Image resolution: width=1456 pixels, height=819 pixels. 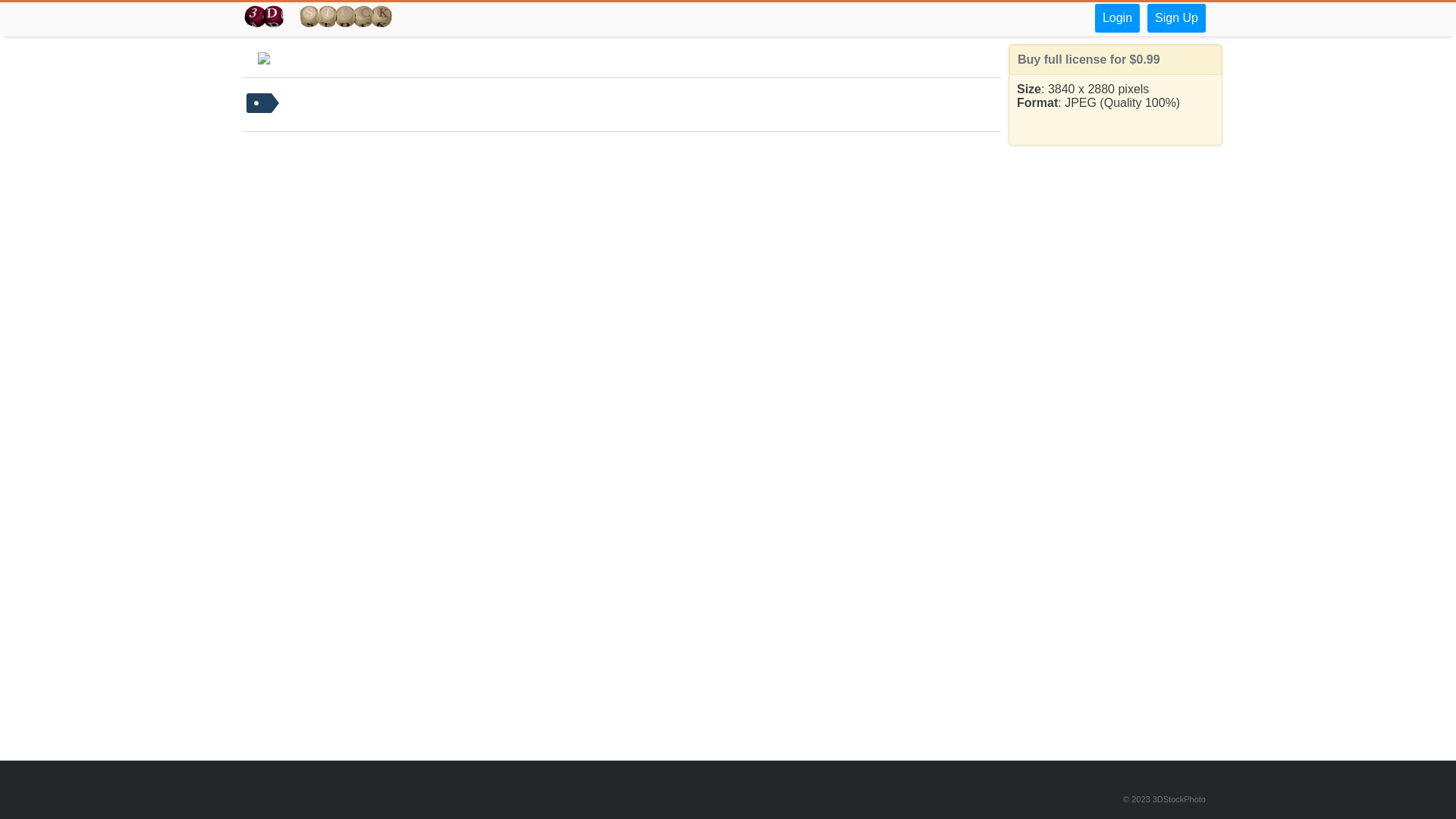 What do you see at coordinates (1095, 17) in the screenshot?
I see `'Login'` at bounding box center [1095, 17].